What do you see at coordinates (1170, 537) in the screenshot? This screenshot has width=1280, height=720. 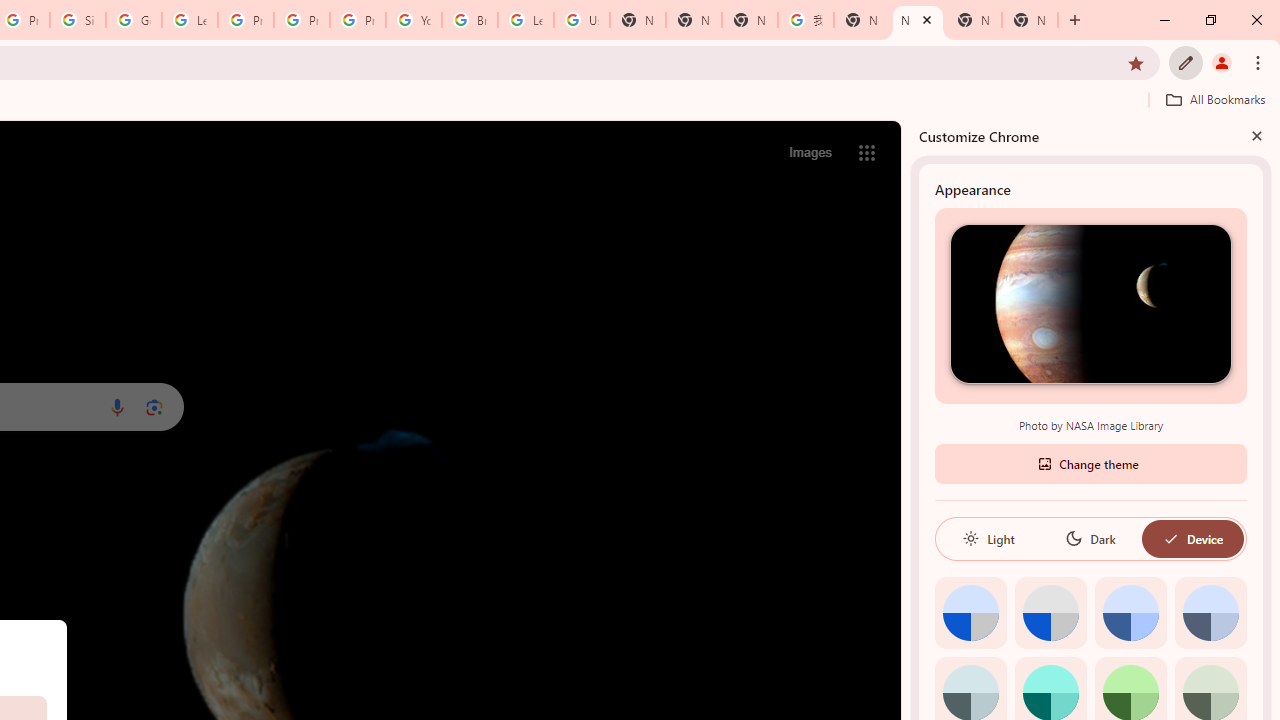 I see `'AutomationID: baseSvg'` at bounding box center [1170, 537].